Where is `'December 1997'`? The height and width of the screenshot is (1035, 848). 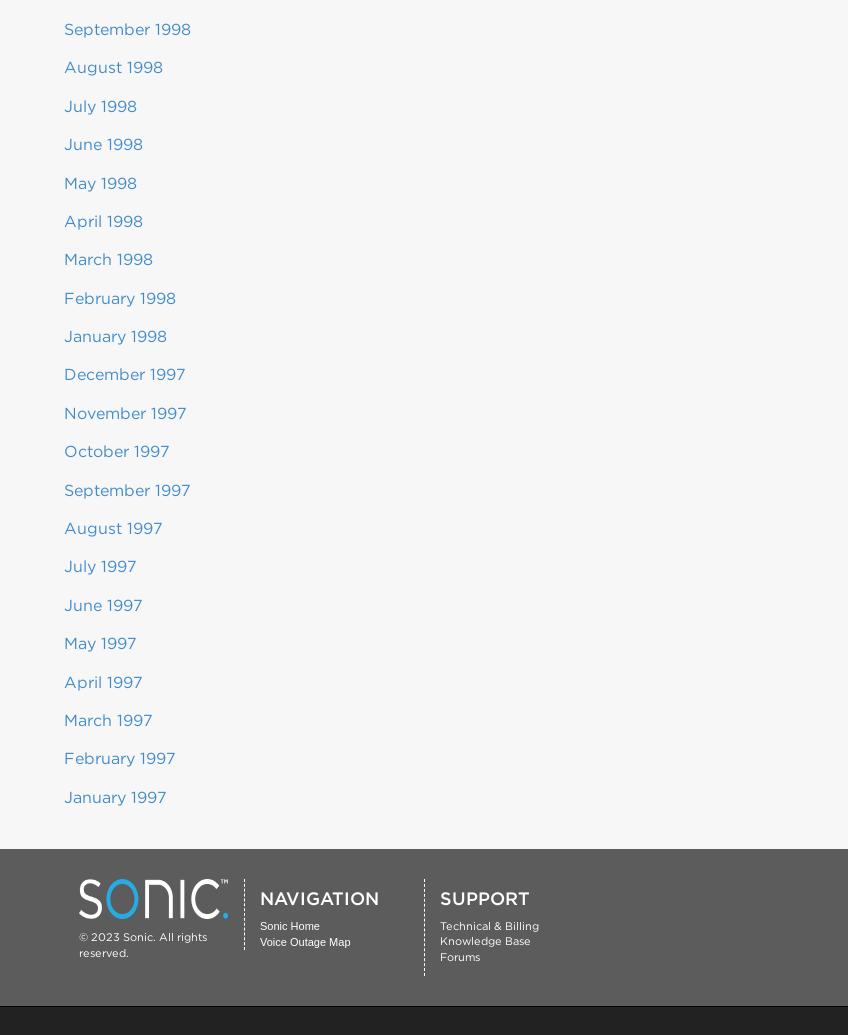 'December 1997' is located at coordinates (123, 374).